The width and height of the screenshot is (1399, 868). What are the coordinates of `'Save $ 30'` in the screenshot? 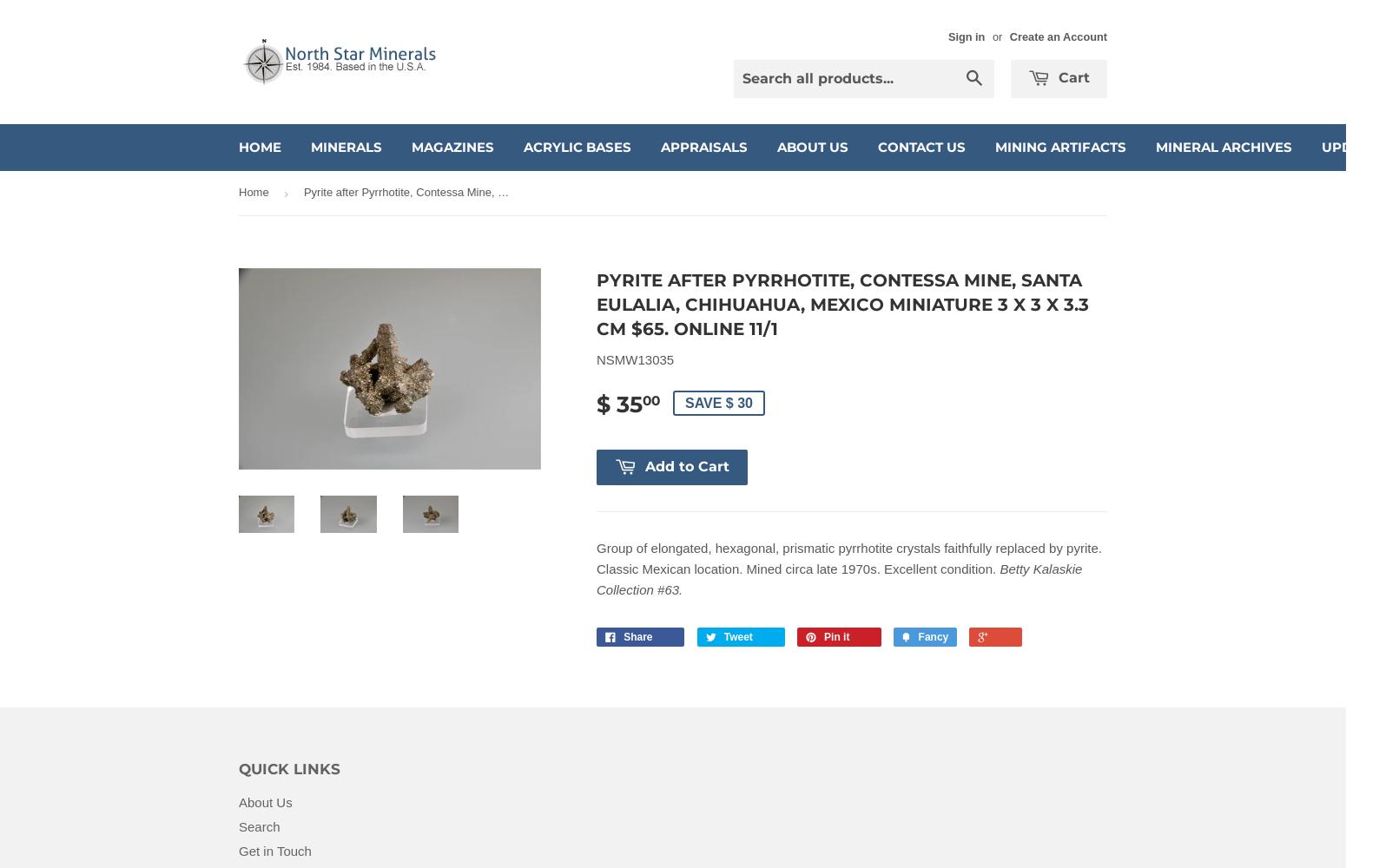 It's located at (717, 401).